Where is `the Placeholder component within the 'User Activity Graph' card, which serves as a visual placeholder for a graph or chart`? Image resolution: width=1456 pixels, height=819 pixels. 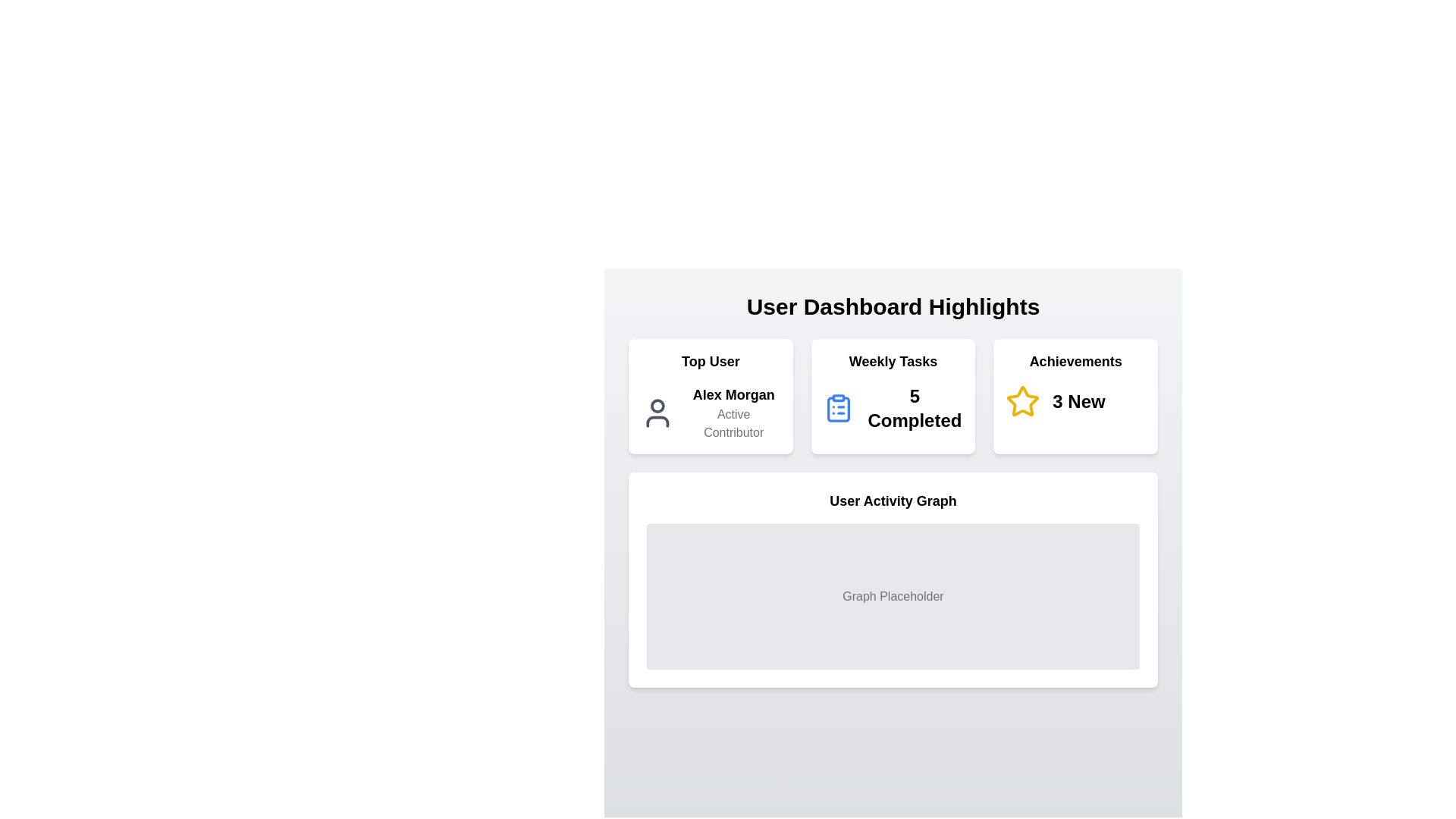 the Placeholder component within the 'User Activity Graph' card, which serves as a visual placeholder for a graph or chart is located at coordinates (893, 595).